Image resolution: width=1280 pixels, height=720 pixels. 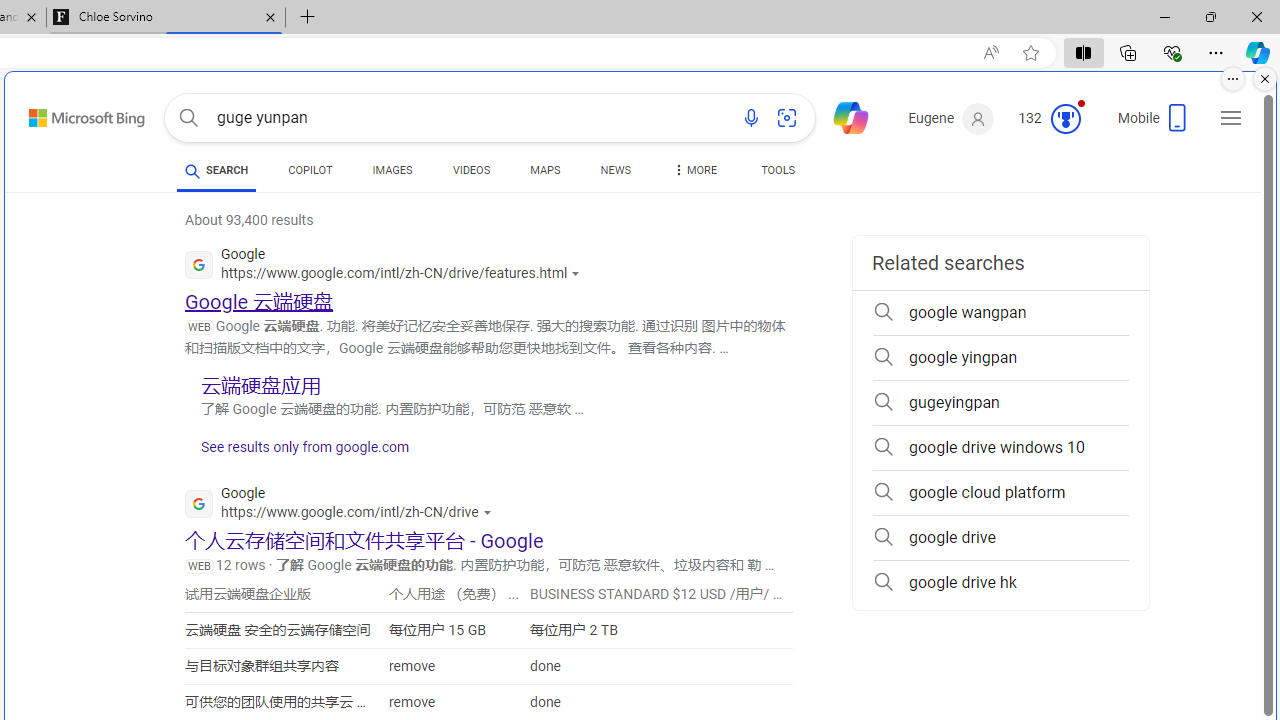 What do you see at coordinates (1031, 52) in the screenshot?
I see `'Add this page to favorites (Ctrl+D)'` at bounding box center [1031, 52].